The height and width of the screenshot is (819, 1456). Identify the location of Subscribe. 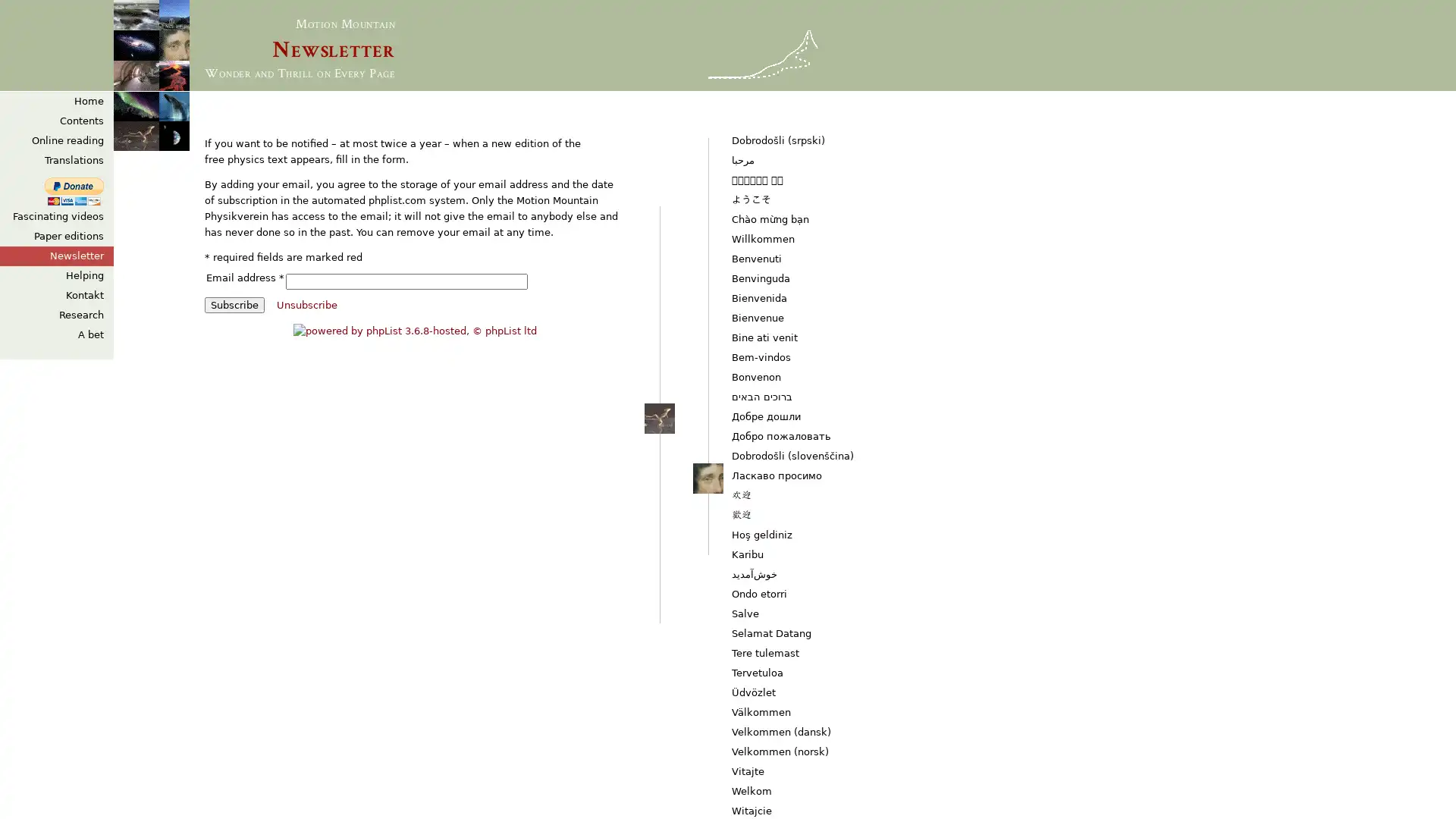
(234, 304).